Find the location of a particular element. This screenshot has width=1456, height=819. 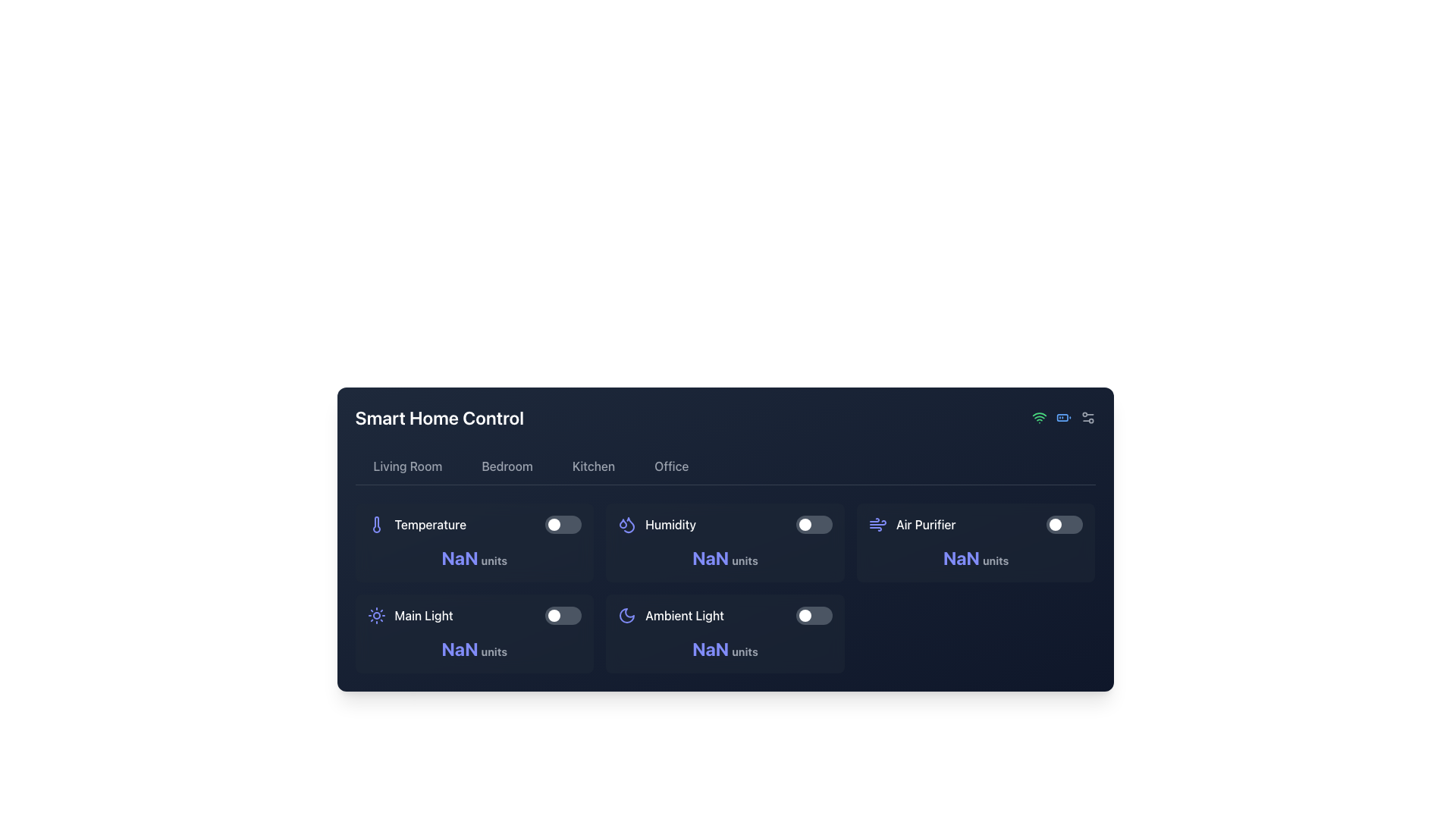

the thermometer icon, which is styled with a light indigo hue and positioned to the left of the 'Temperature' label is located at coordinates (376, 523).